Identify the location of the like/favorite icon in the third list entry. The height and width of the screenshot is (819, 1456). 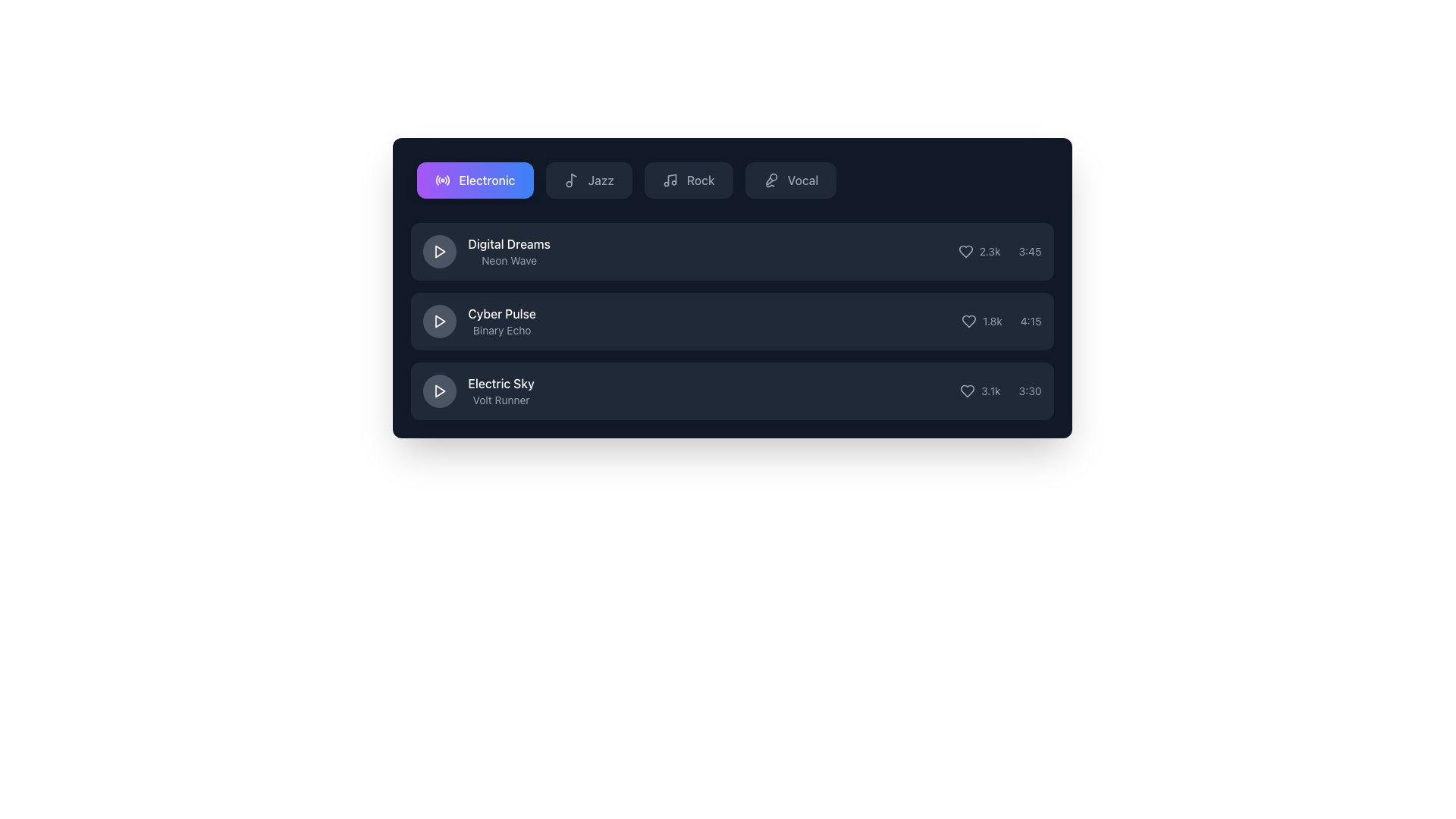
(967, 391).